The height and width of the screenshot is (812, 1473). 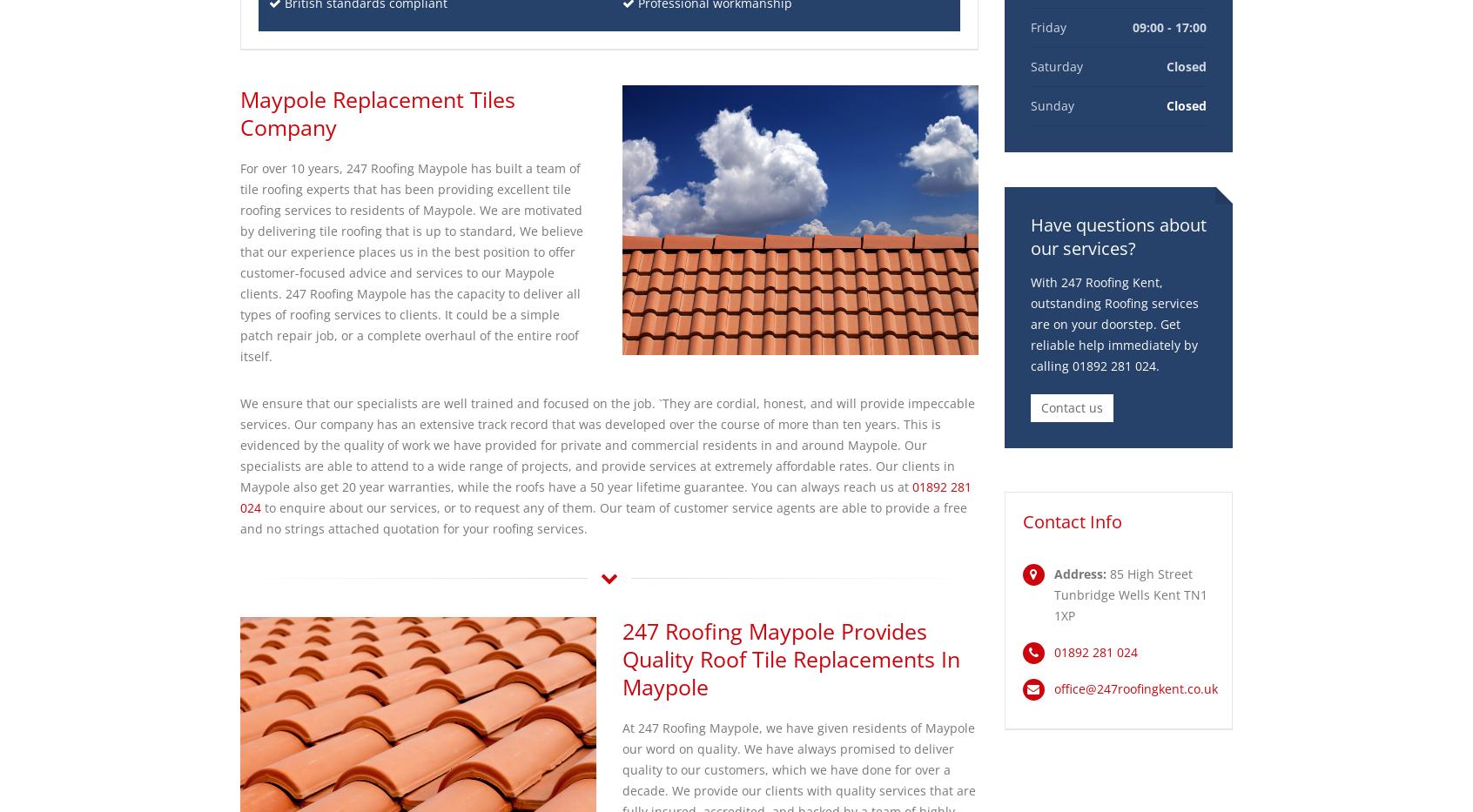 What do you see at coordinates (789, 658) in the screenshot?
I see `'247 Roofing Maypole Provides Quality Roof Tile Replacements in Maypole'` at bounding box center [789, 658].